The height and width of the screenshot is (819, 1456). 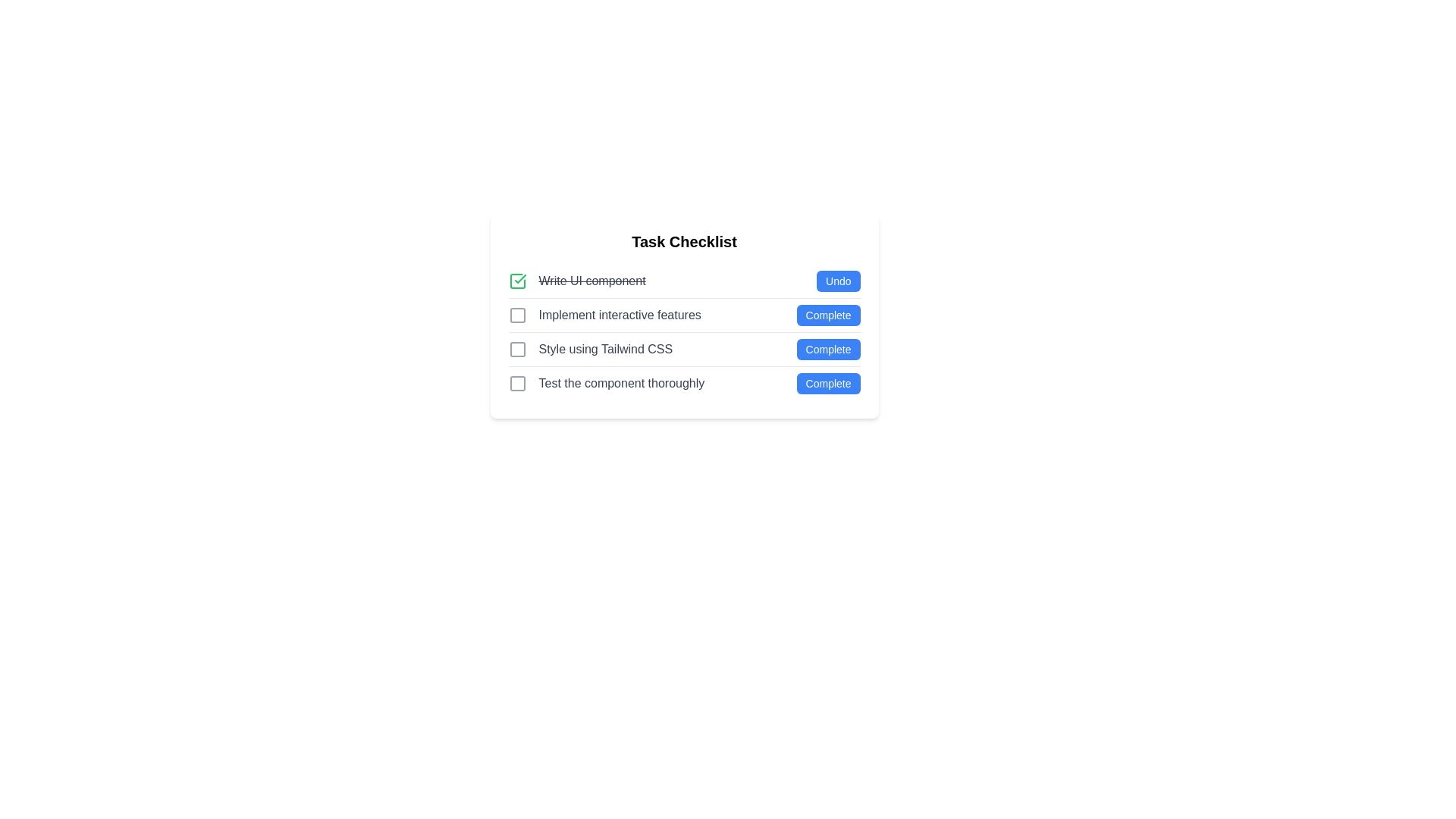 I want to click on the green checkmark icon, which is styled as a confirmation indicator and located at the leftmost side of the row for the 'Write UI component' task in the checklist, to understand the task status, so click(x=517, y=281).